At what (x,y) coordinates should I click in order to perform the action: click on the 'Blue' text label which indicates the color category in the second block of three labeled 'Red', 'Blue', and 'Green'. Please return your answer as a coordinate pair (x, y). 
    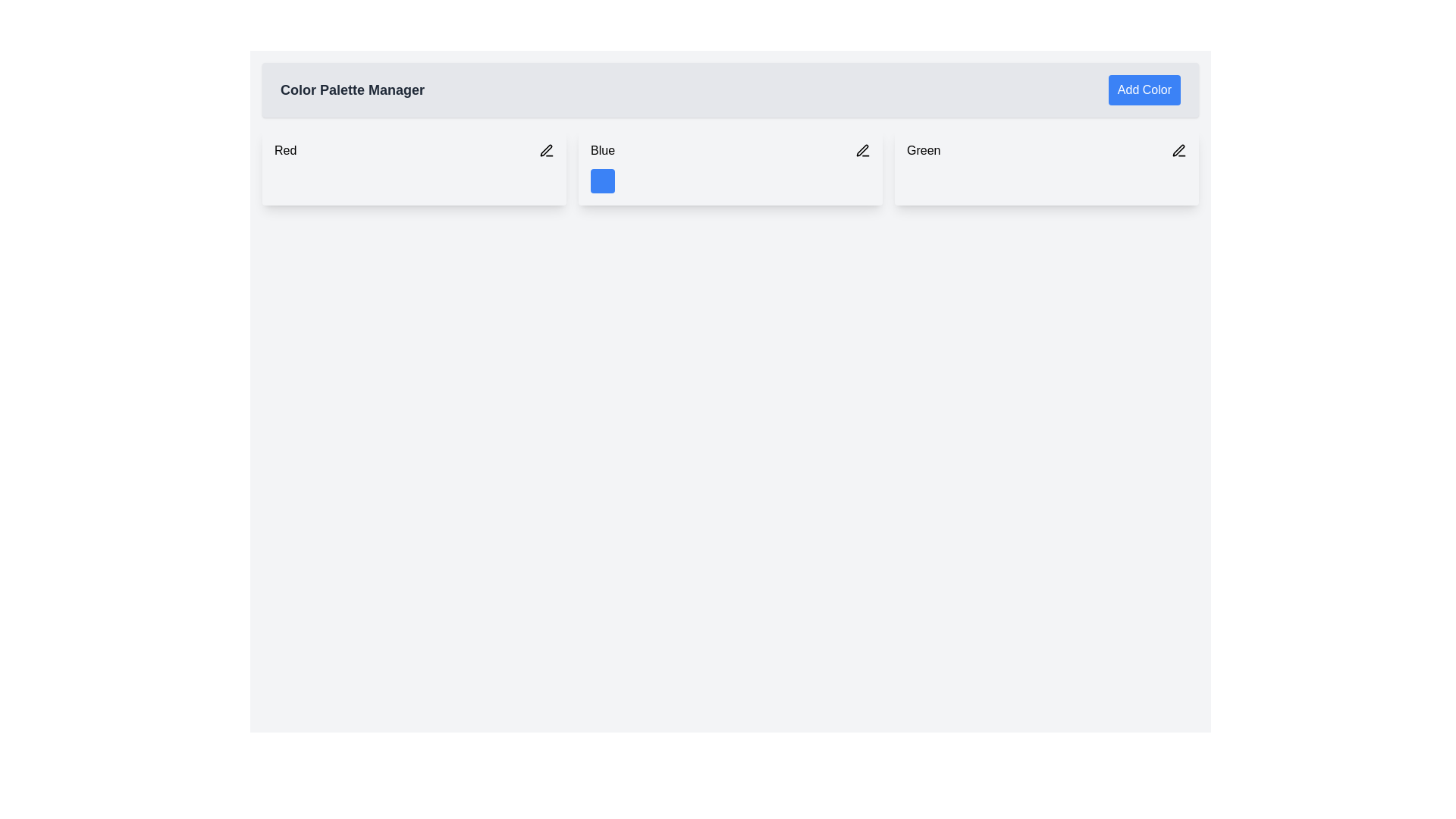
    Looking at the image, I should click on (730, 151).